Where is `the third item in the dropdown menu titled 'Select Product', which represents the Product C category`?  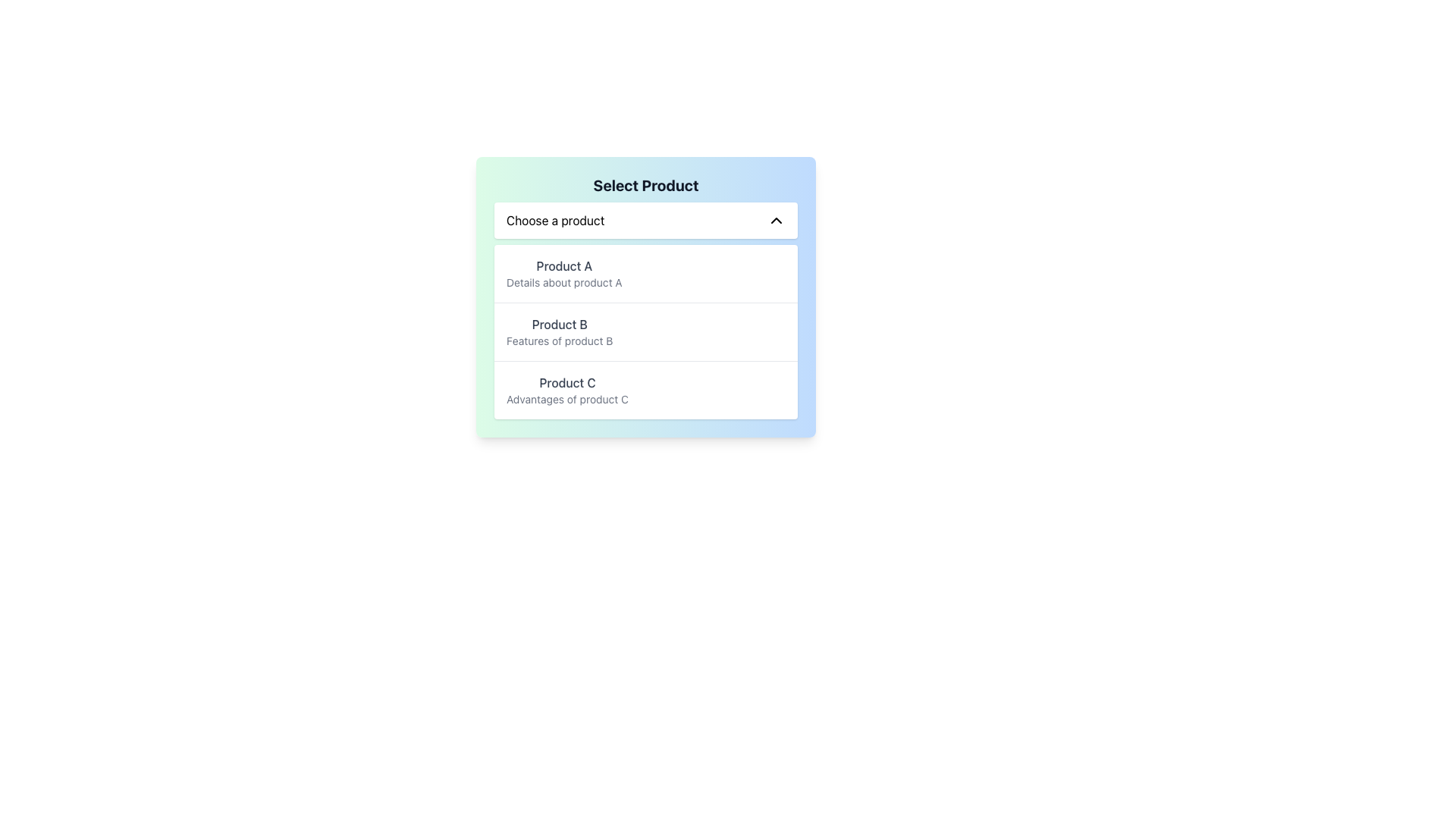
the third item in the dropdown menu titled 'Select Product', which represents the Product C category is located at coordinates (645, 388).